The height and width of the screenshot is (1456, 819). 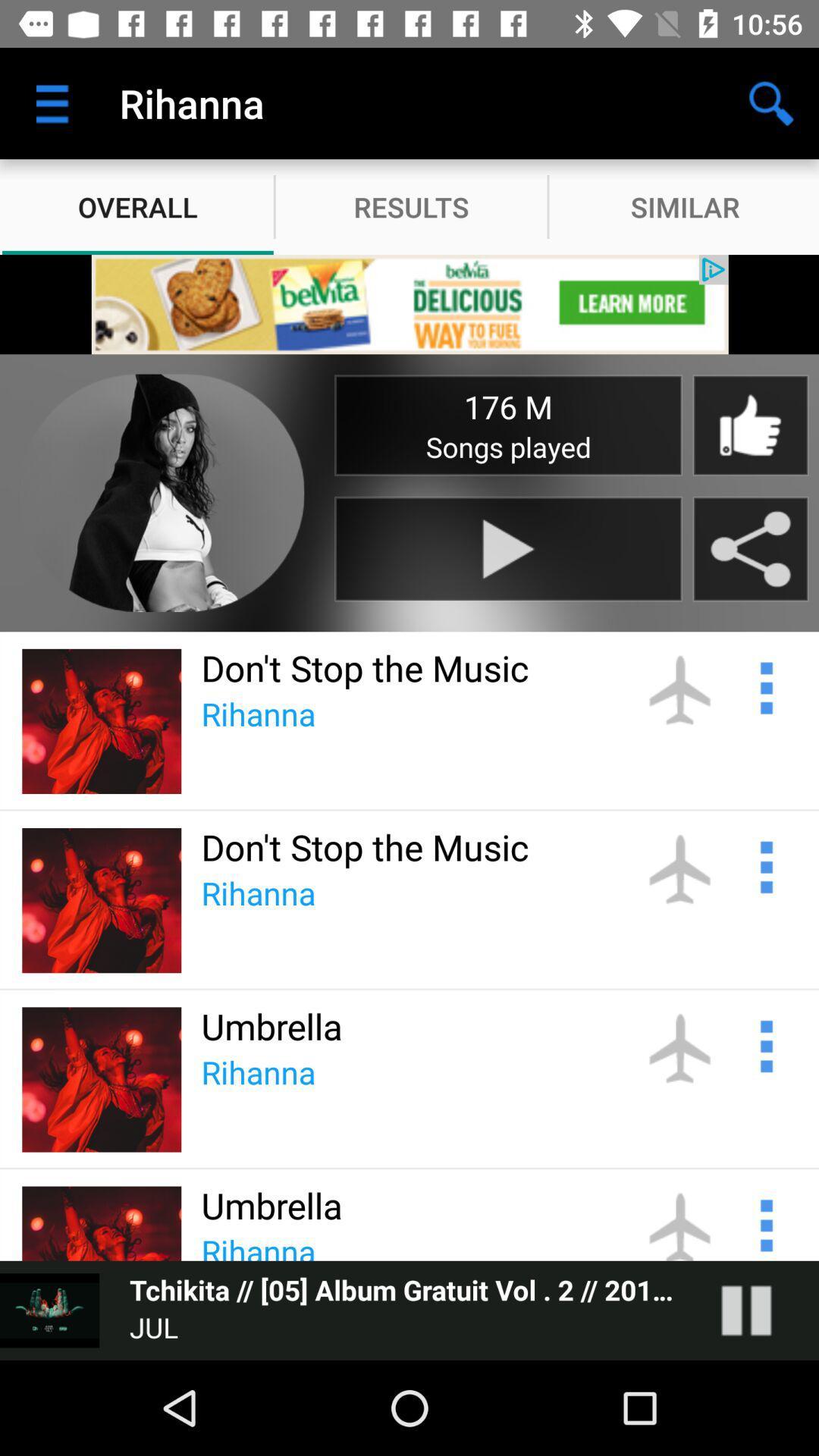 I want to click on the 2nd icon in blue color from the bottom, so click(x=764, y=1043).